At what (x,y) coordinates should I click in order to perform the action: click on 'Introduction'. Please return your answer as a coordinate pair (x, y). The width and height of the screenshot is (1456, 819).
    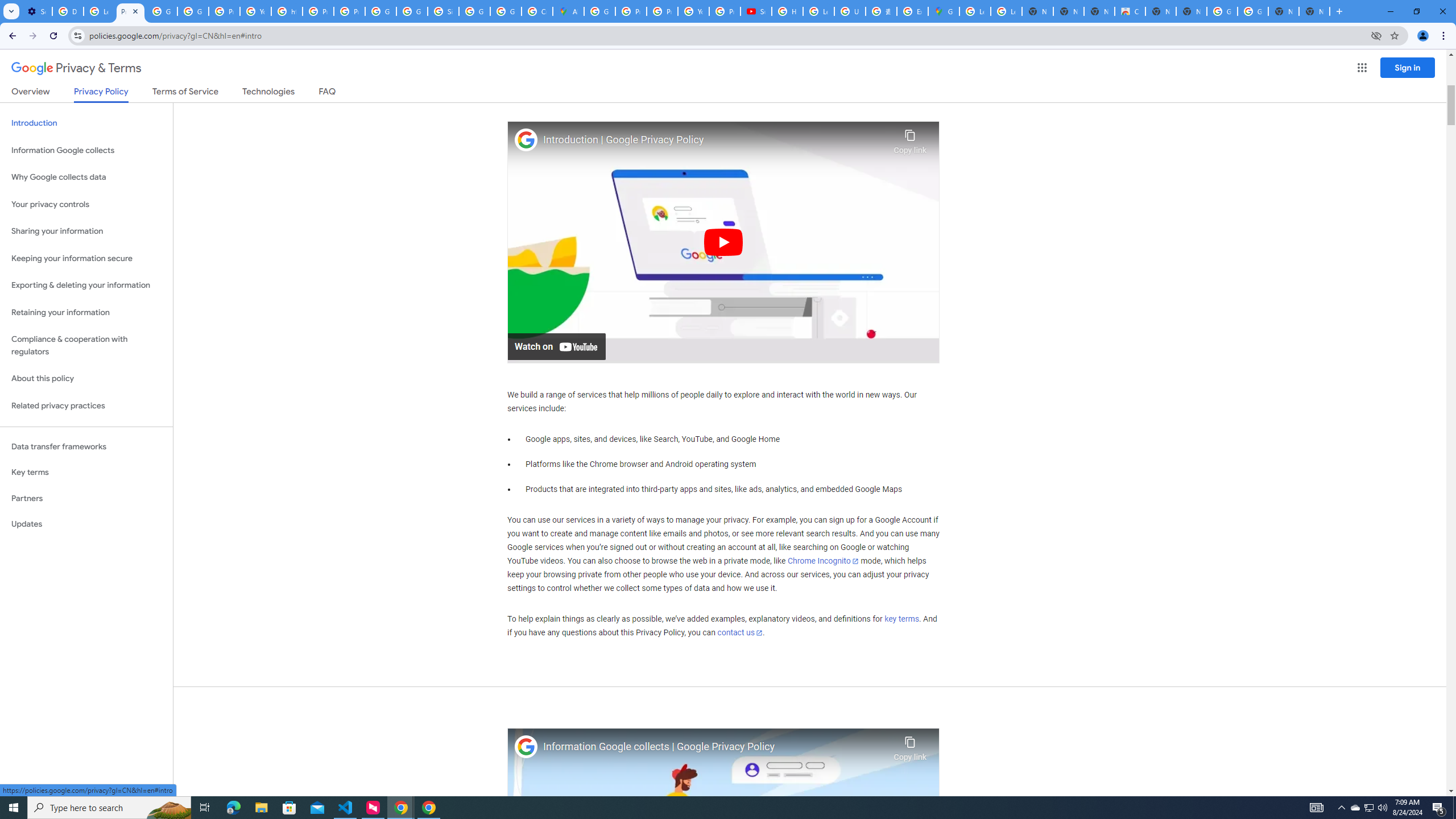
    Looking at the image, I should click on (86, 122).